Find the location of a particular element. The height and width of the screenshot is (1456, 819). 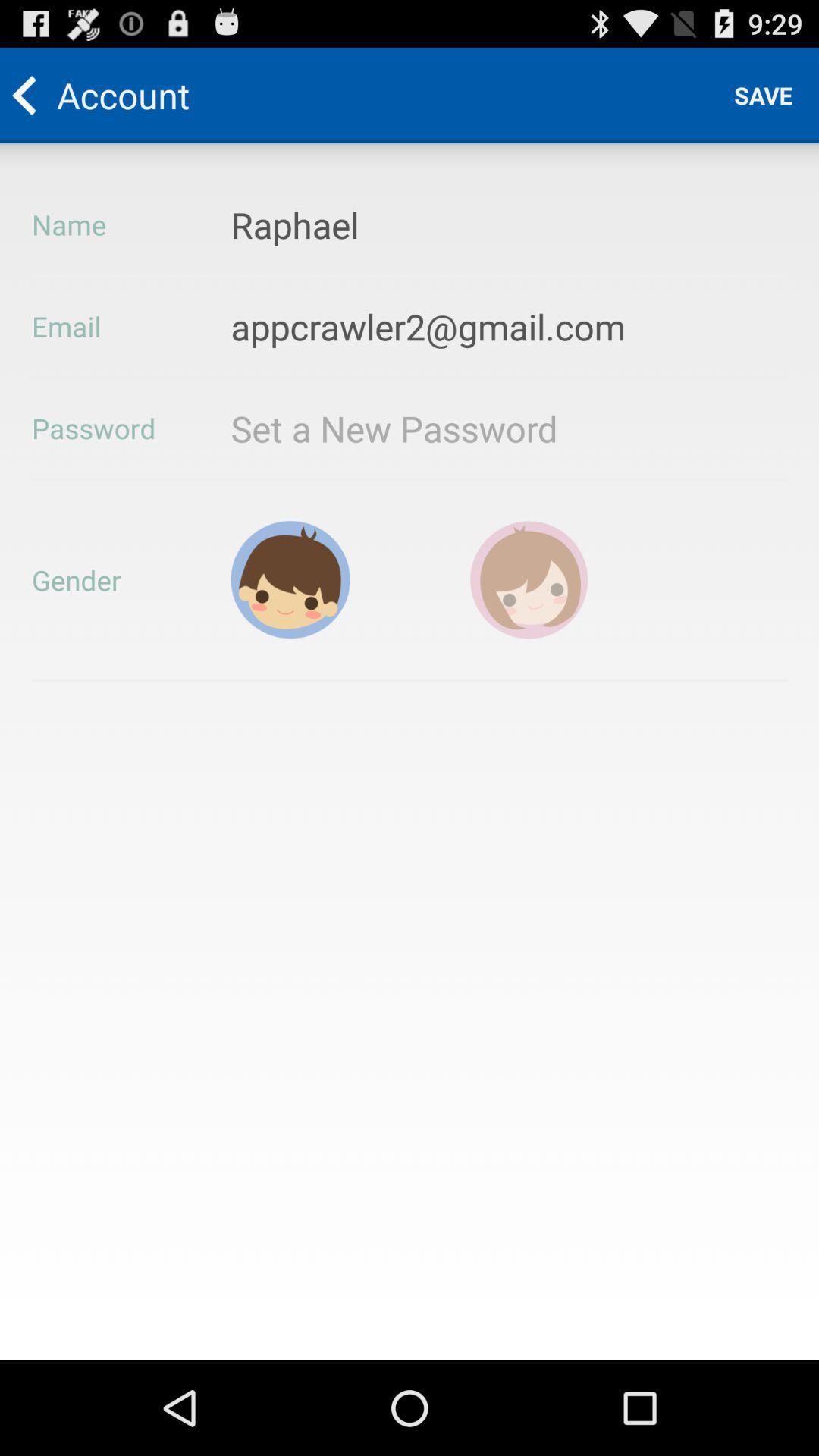

this is a face book account is located at coordinates (529, 579).